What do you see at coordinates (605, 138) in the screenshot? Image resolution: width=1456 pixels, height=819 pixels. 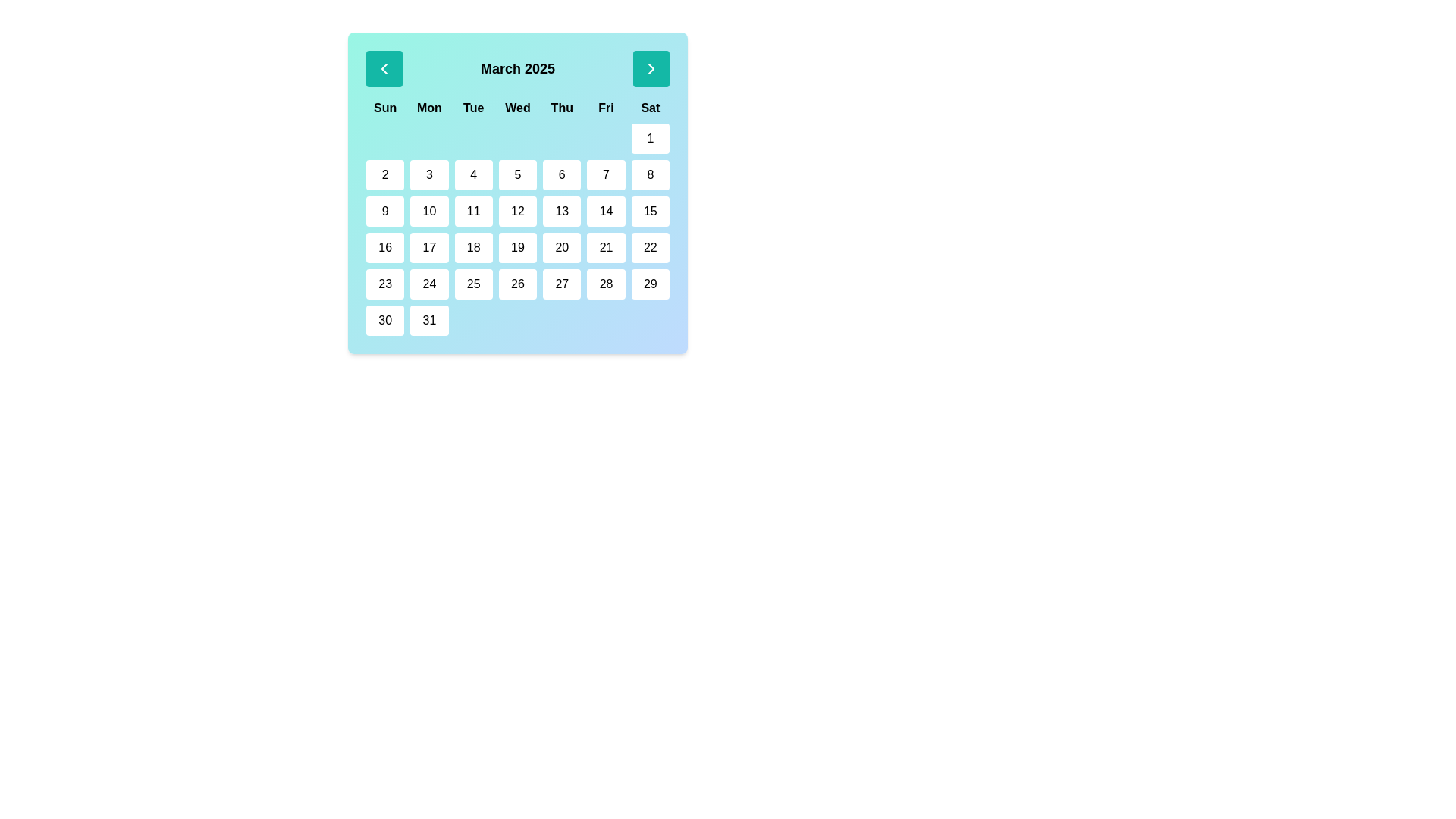 I see `the non-interactive placeholder or blank grid cell in the calendar, located at the sixth position in the first row, which aligns with Friday` at bounding box center [605, 138].